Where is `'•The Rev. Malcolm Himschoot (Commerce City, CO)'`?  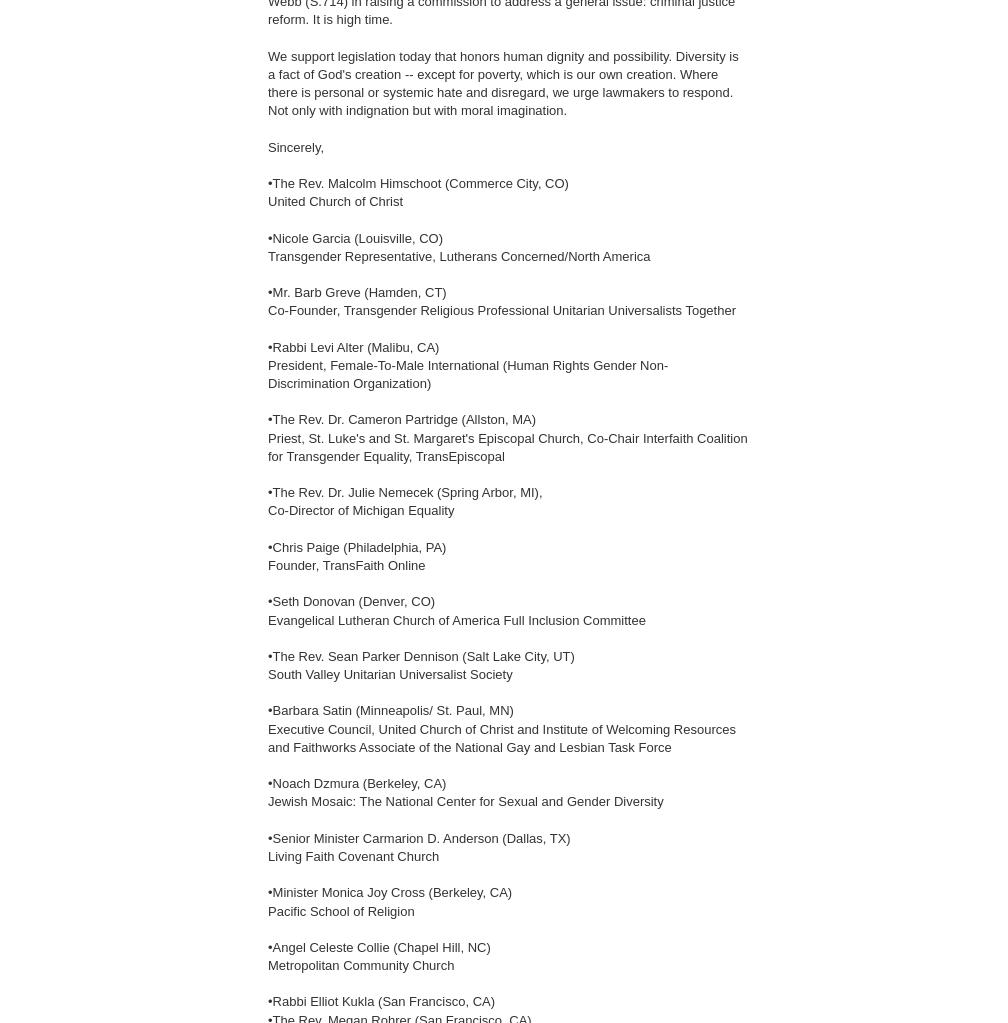 '•The Rev. Malcolm Himschoot (Commerce City, CO)' is located at coordinates (418, 183).